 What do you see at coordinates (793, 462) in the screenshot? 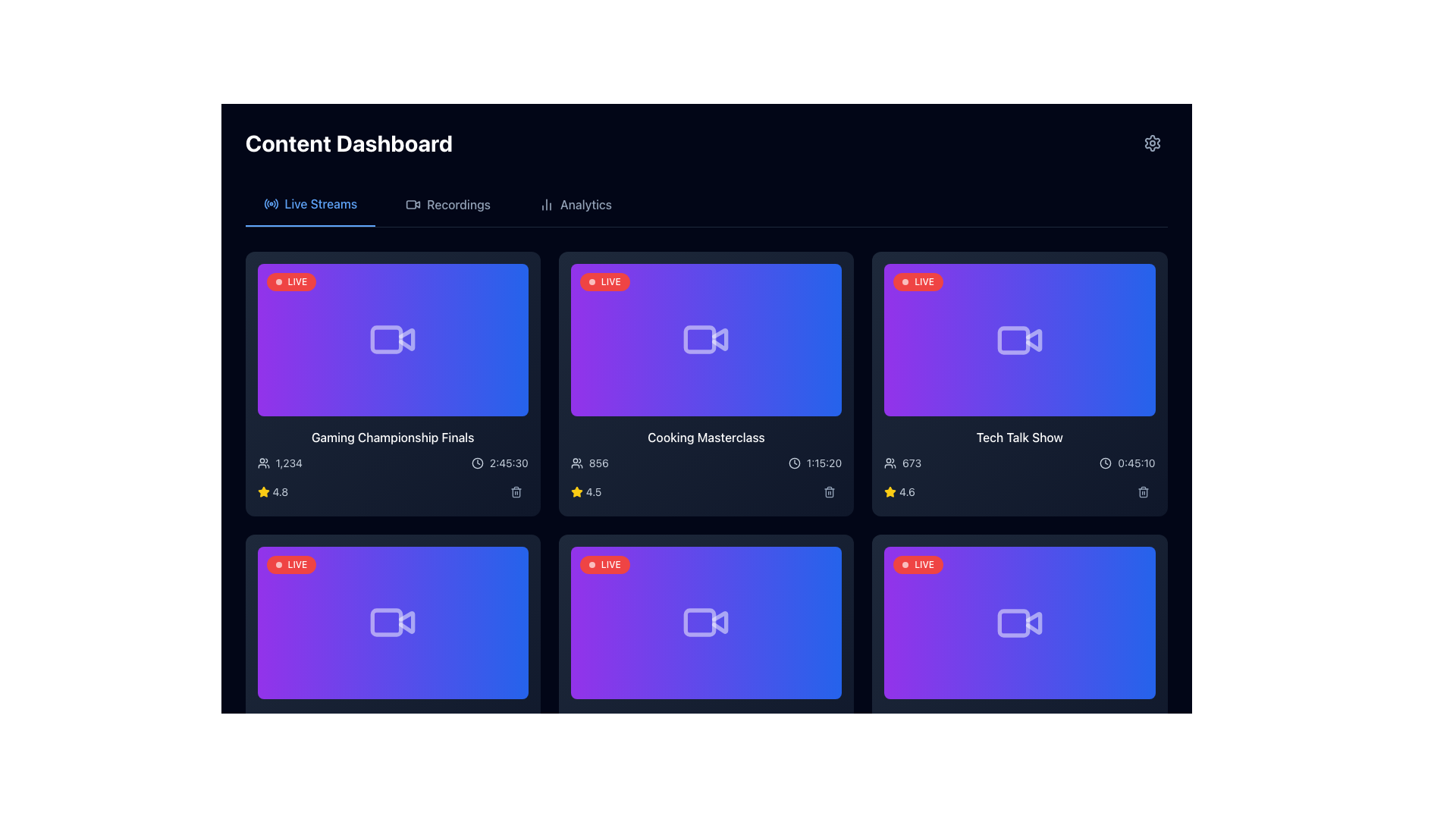
I see `the circular clock icon representing the 'Cooking Masterclass' live stream, located in the middle section of the dashboard interface` at bounding box center [793, 462].